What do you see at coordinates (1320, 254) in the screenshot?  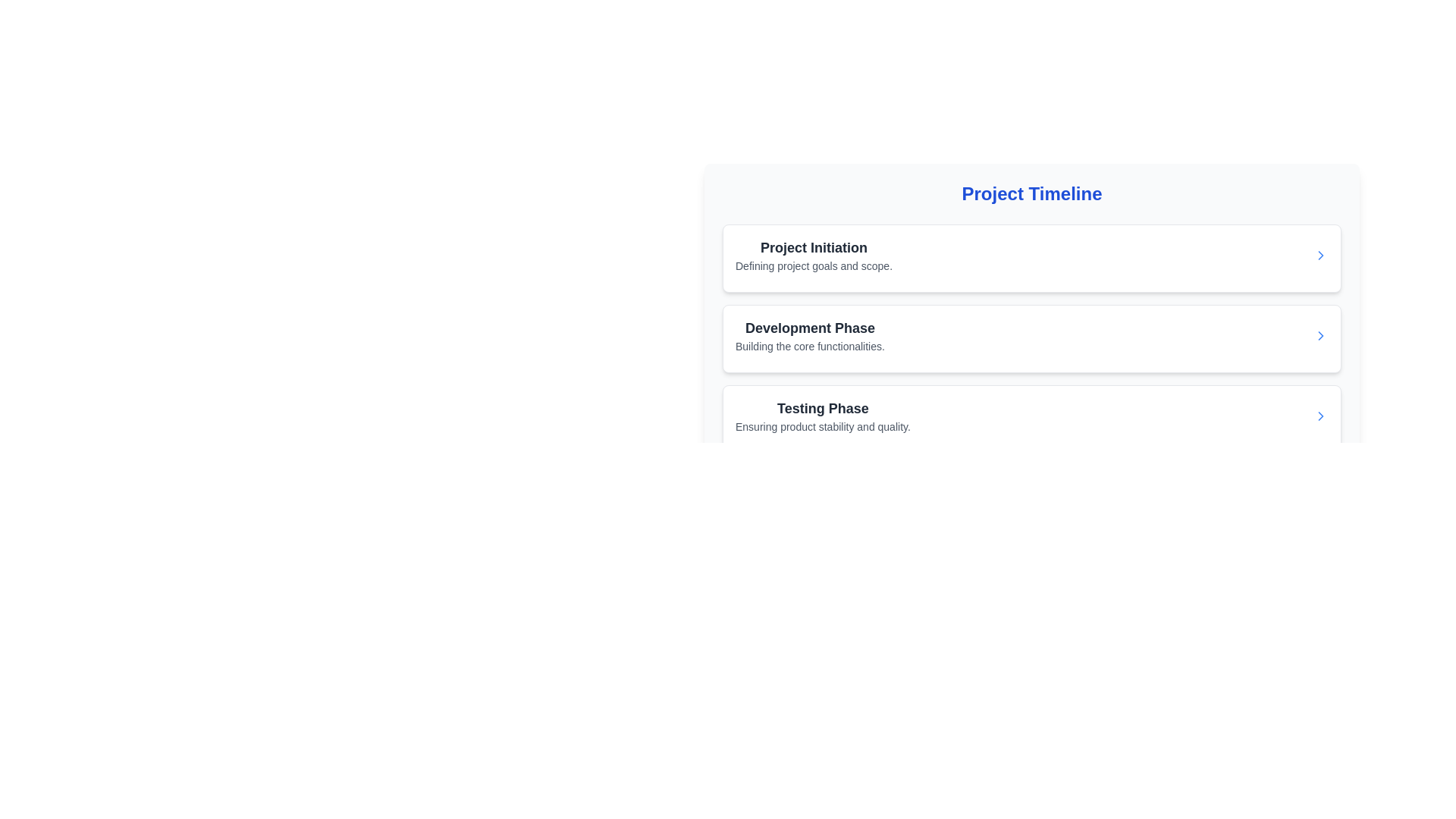 I see `the chevron icon` at bounding box center [1320, 254].